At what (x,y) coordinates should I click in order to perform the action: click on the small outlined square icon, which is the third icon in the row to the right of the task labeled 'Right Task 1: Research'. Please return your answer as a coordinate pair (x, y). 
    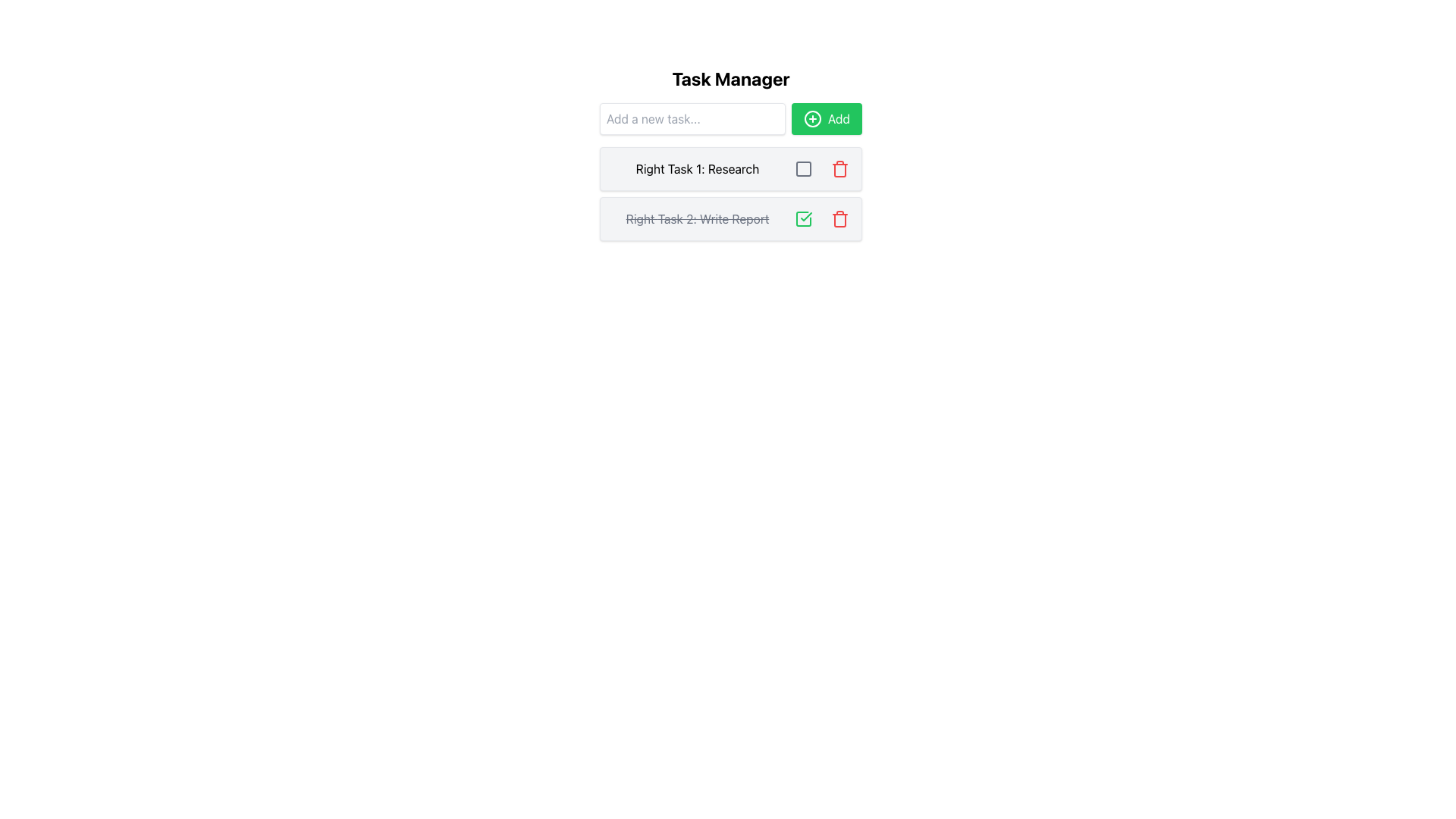
    Looking at the image, I should click on (803, 169).